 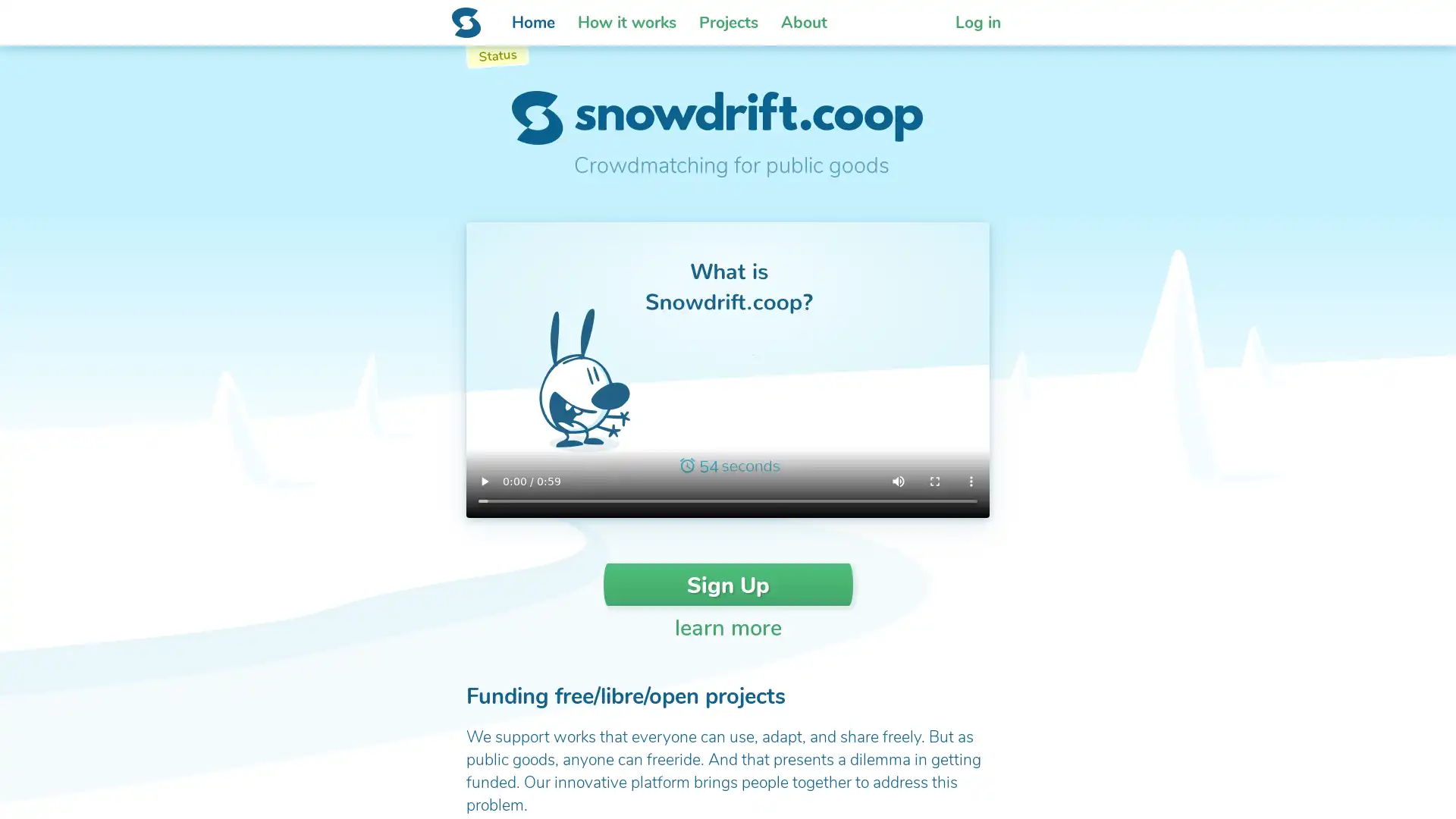 What do you see at coordinates (899, 482) in the screenshot?
I see `mute` at bounding box center [899, 482].